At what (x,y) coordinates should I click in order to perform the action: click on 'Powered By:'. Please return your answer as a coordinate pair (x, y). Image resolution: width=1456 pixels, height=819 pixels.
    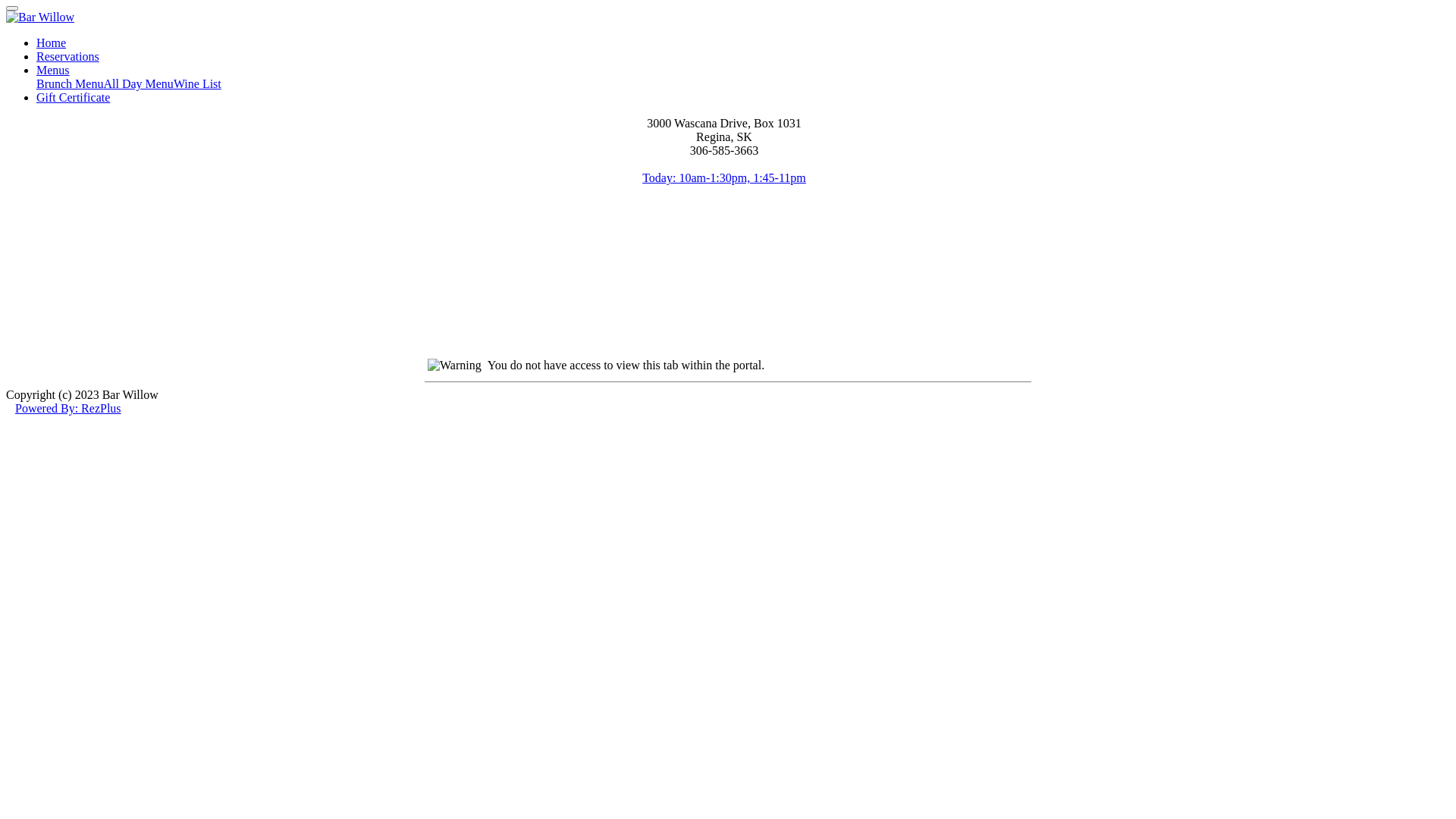
    Looking at the image, I should click on (48, 407).